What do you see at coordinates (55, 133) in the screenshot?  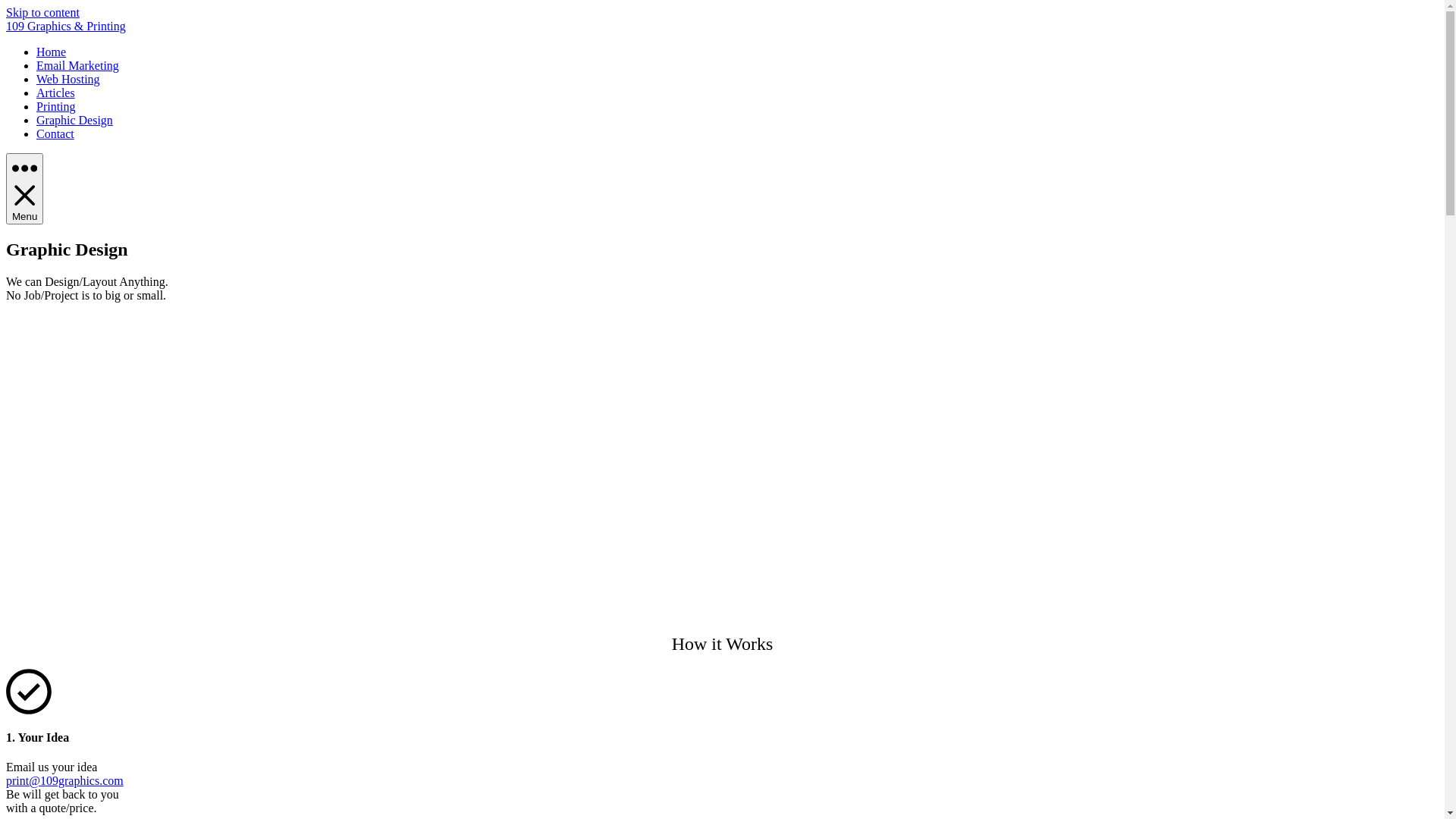 I see `'Contact'` at bounding box center [55, 133].